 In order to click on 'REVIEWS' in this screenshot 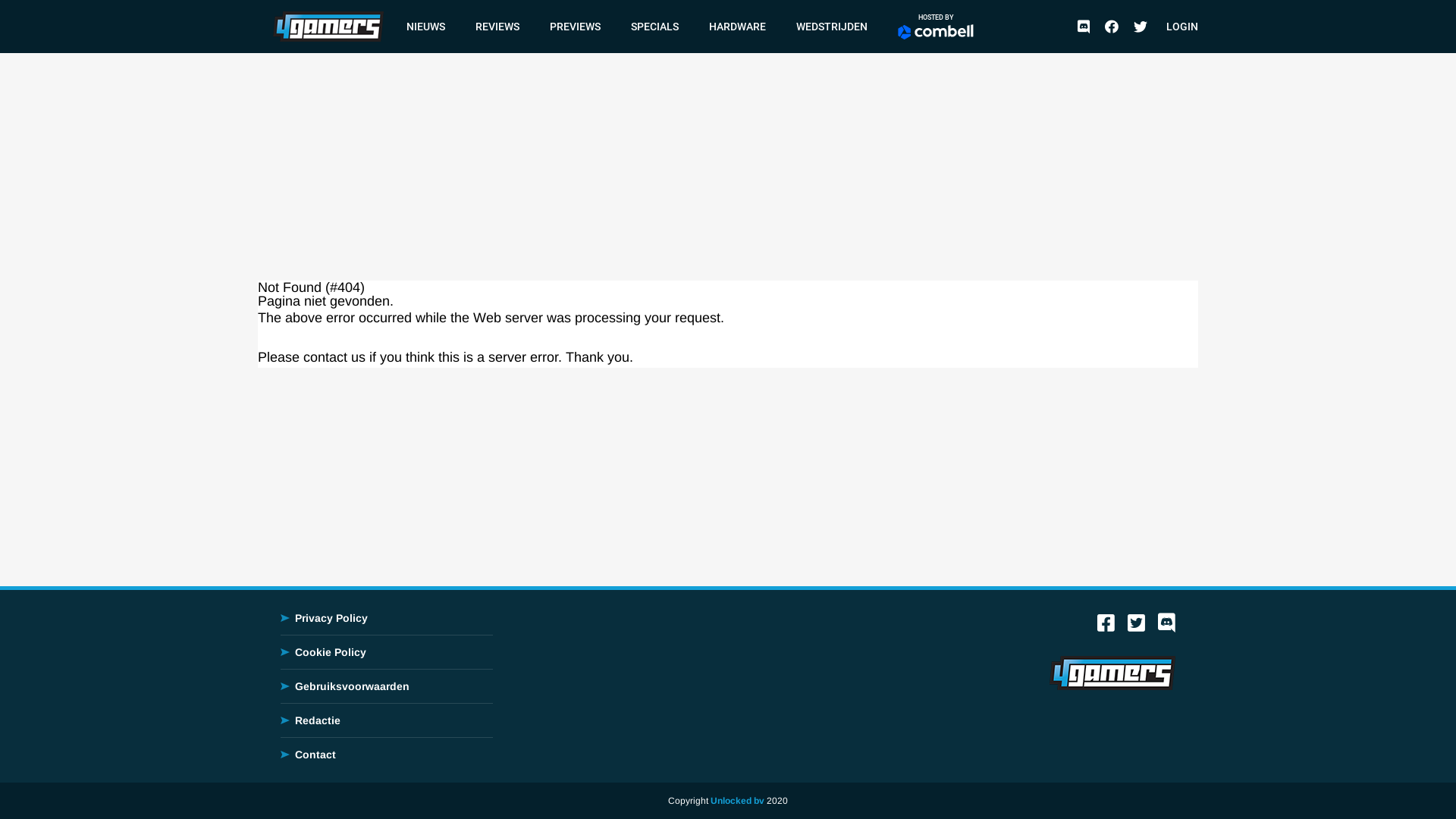, I will do `click(497, 26)`.